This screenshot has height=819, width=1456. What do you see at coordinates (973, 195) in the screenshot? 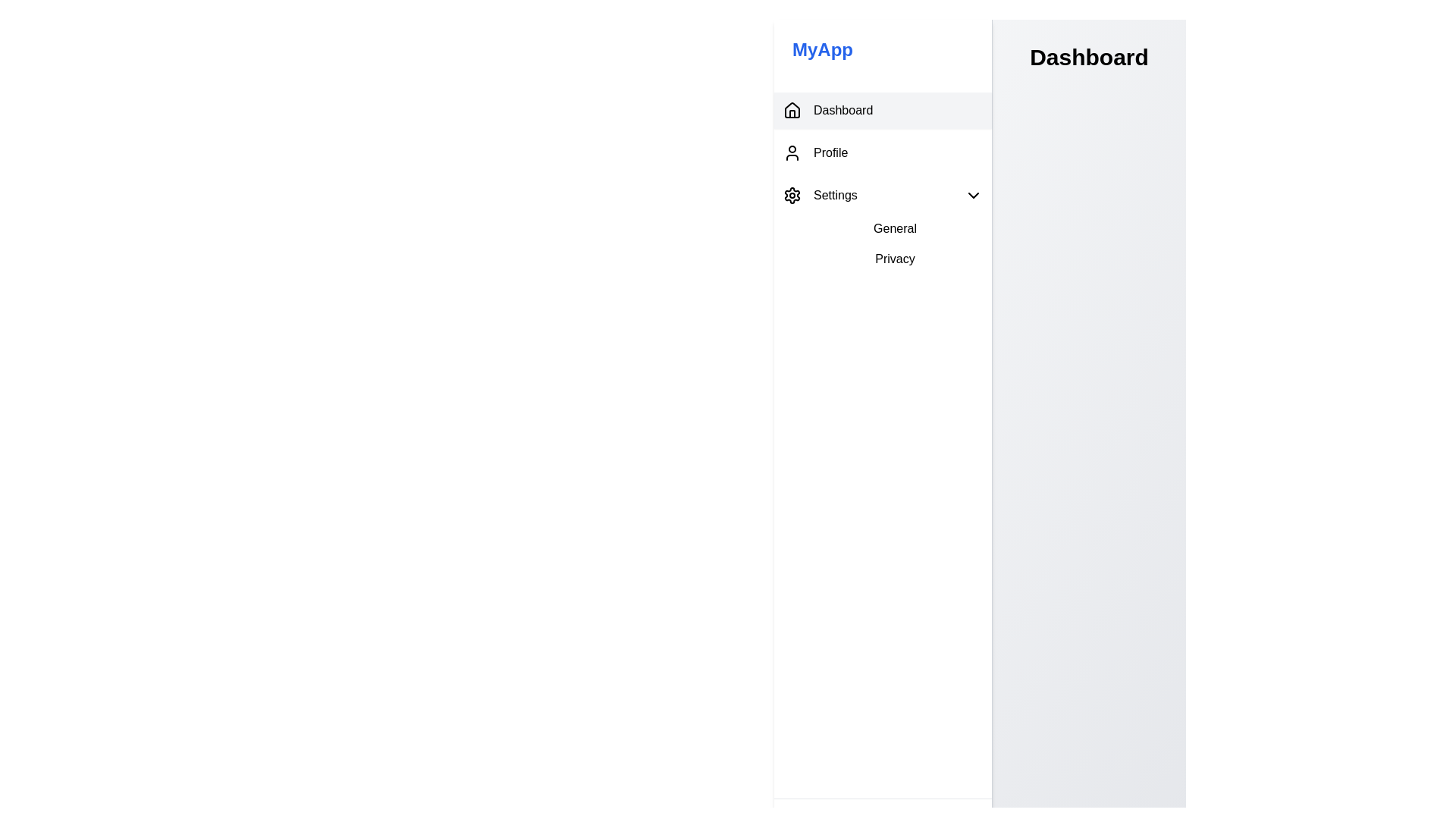
I see `the downwards-pointing chevron icon` at bounding box center [973, 195].